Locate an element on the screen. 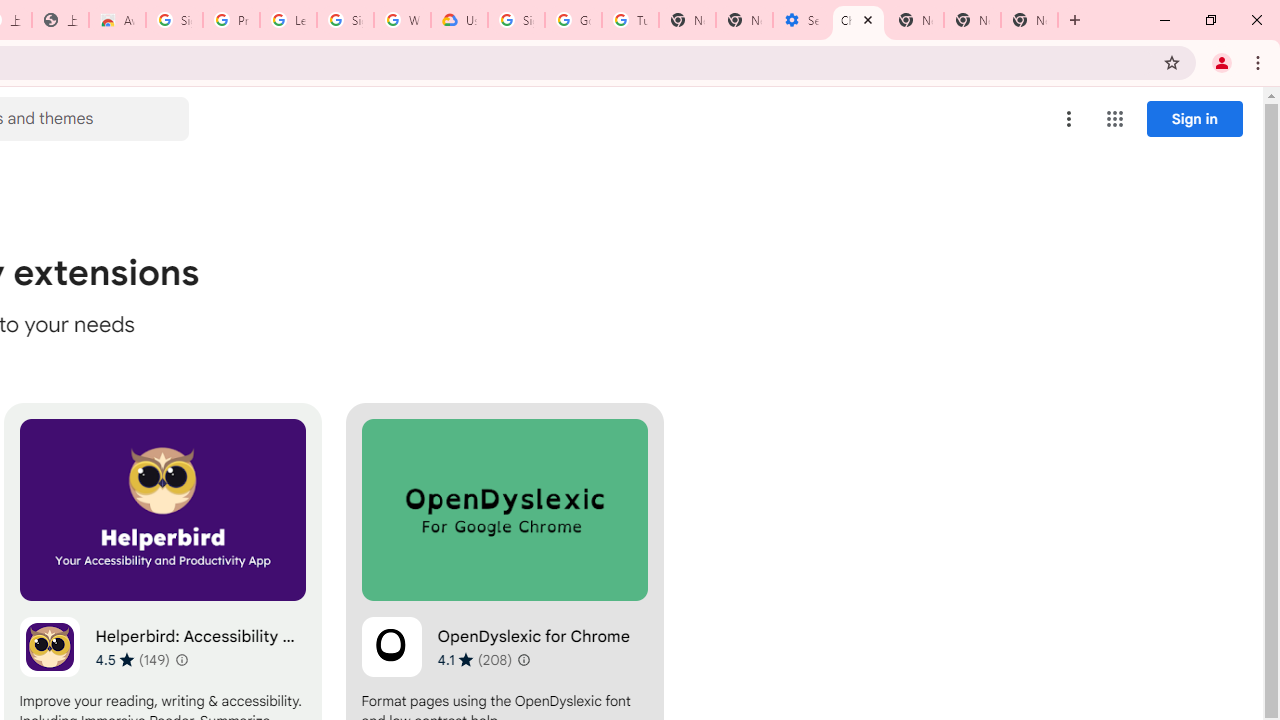 The width and height of the screenshot is (1280, 720). 'New Tab' is located at coordinates (1029, 20).